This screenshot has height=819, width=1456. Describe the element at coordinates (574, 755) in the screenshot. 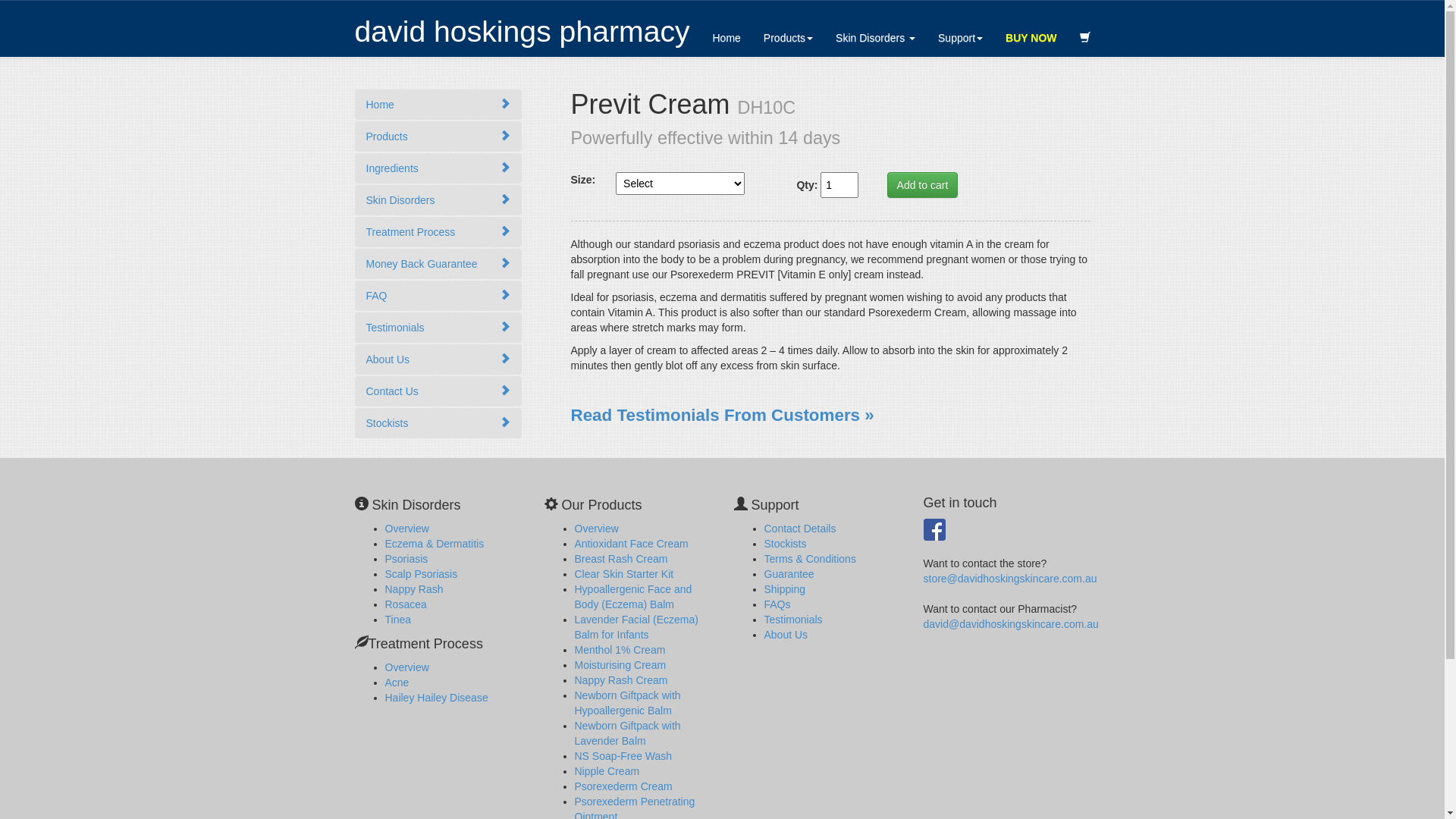

I see `'NS Soap-Free Wash'` at that location.